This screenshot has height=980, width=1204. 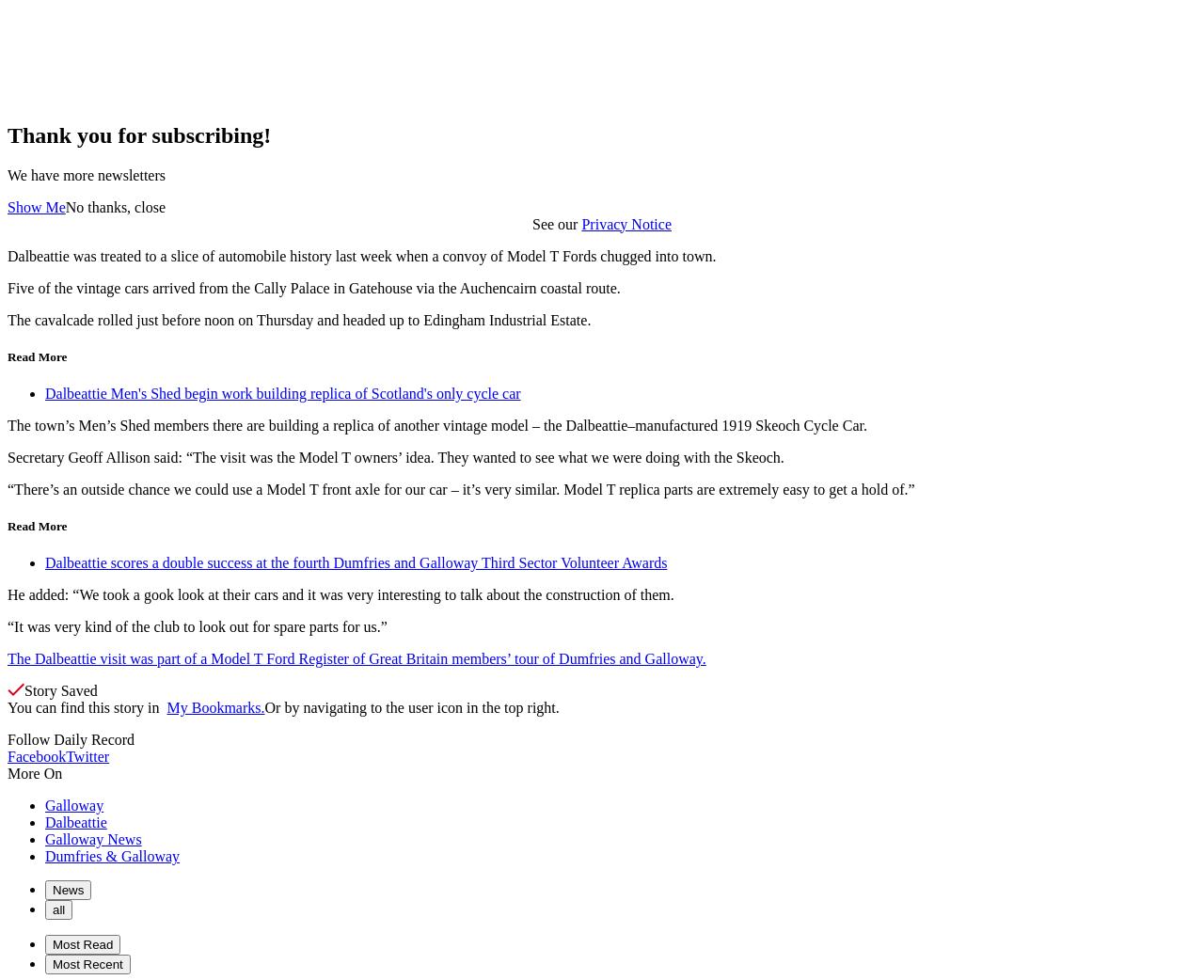 I want to click on 'Show Me', so click(x=36, y=205).